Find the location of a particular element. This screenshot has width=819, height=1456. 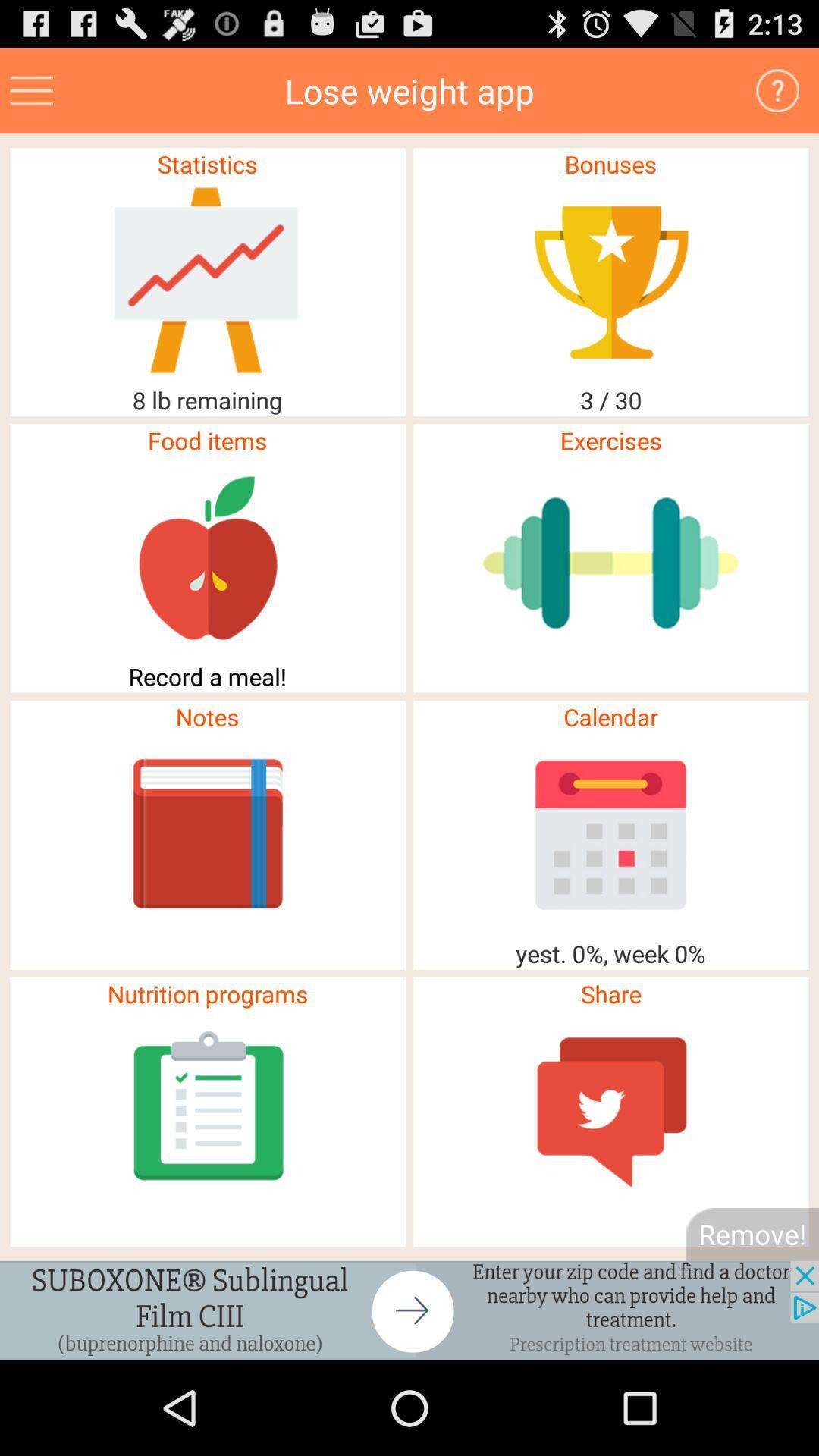

the help icon is located at coordinates (777, 96).